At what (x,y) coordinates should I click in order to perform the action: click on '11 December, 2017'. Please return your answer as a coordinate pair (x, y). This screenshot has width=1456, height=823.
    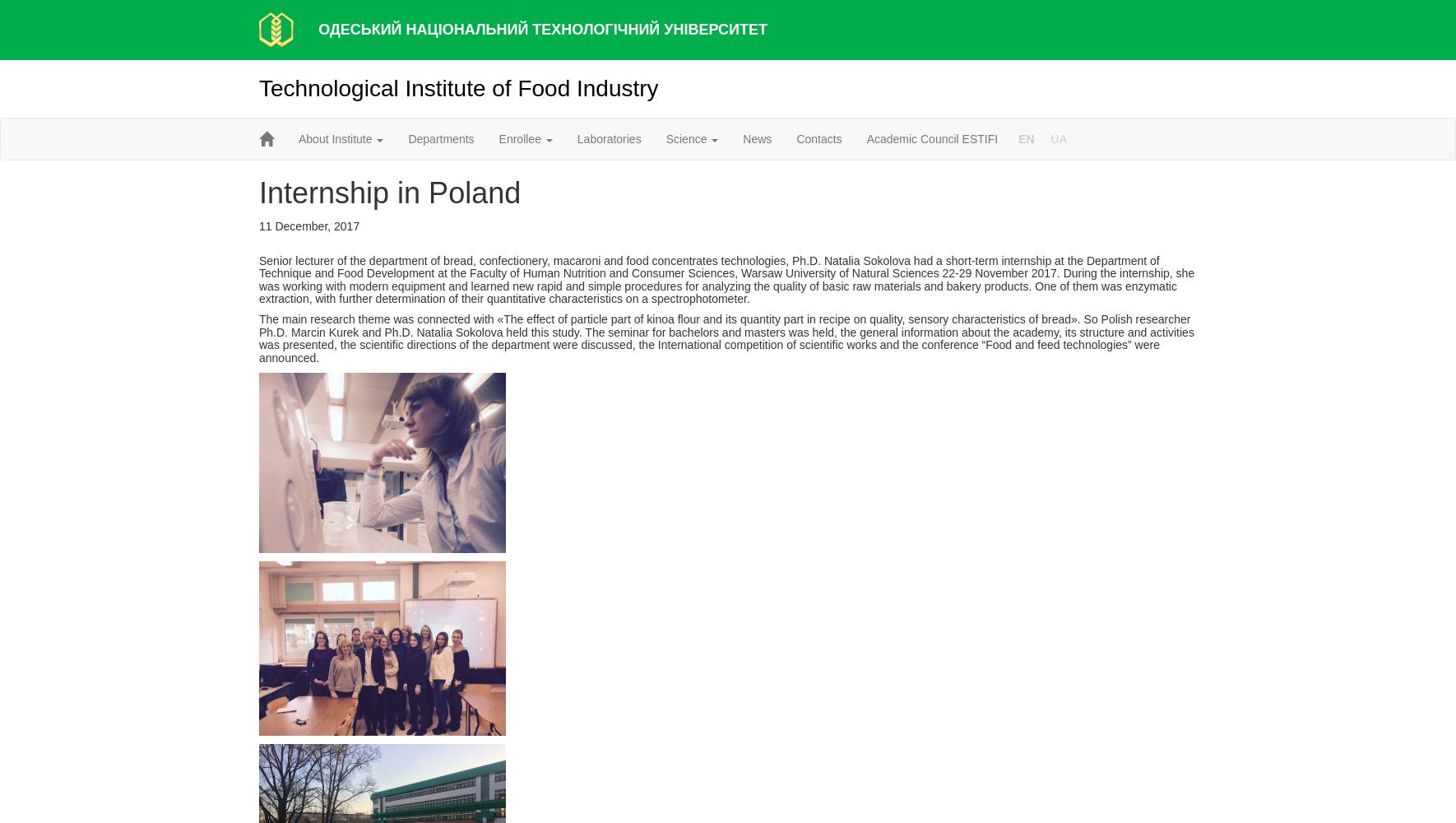
    Looking at the image, I should click on (258, 226).